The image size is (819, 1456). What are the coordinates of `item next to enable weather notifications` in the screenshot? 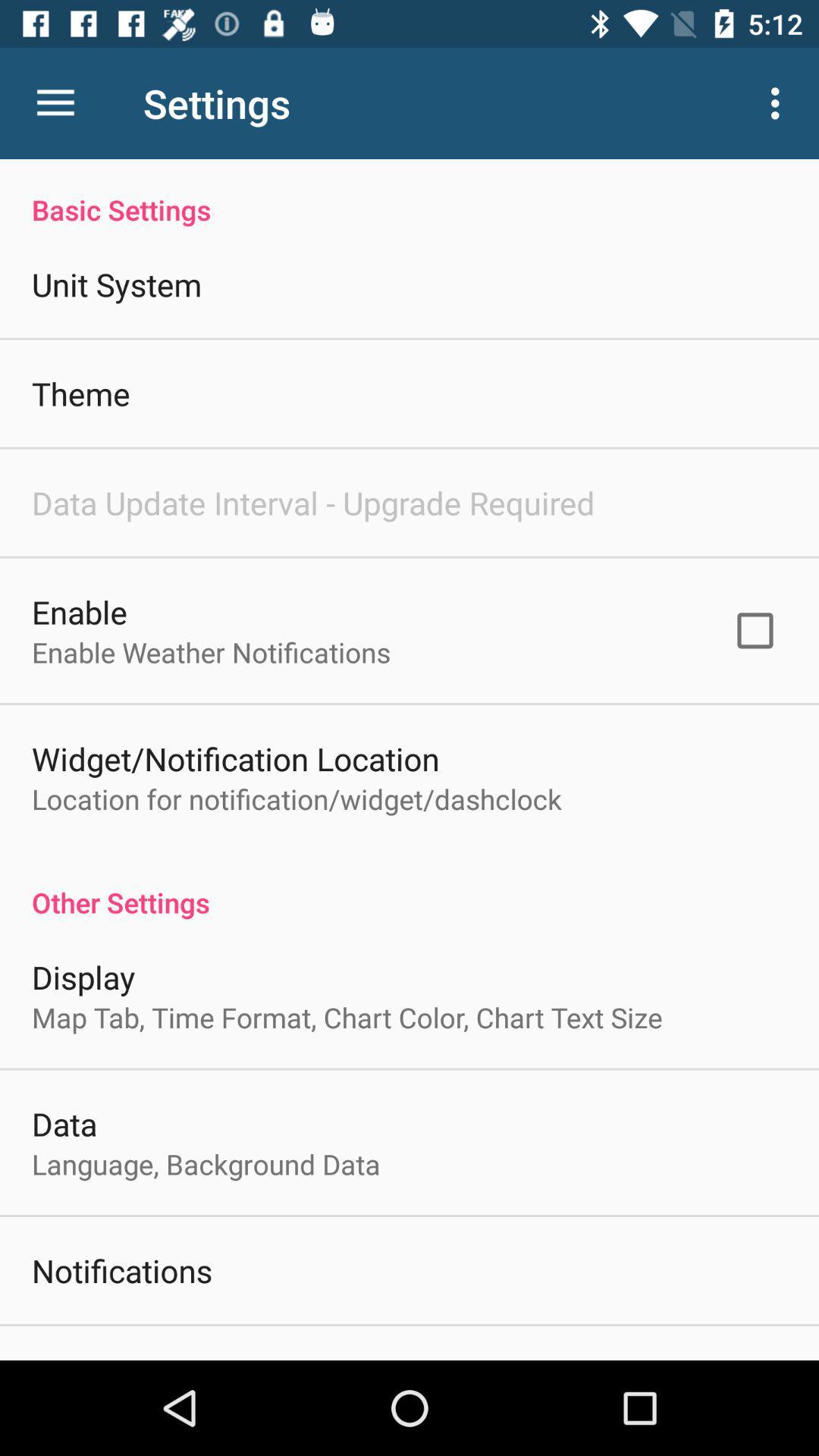 It's located at (755, 630).